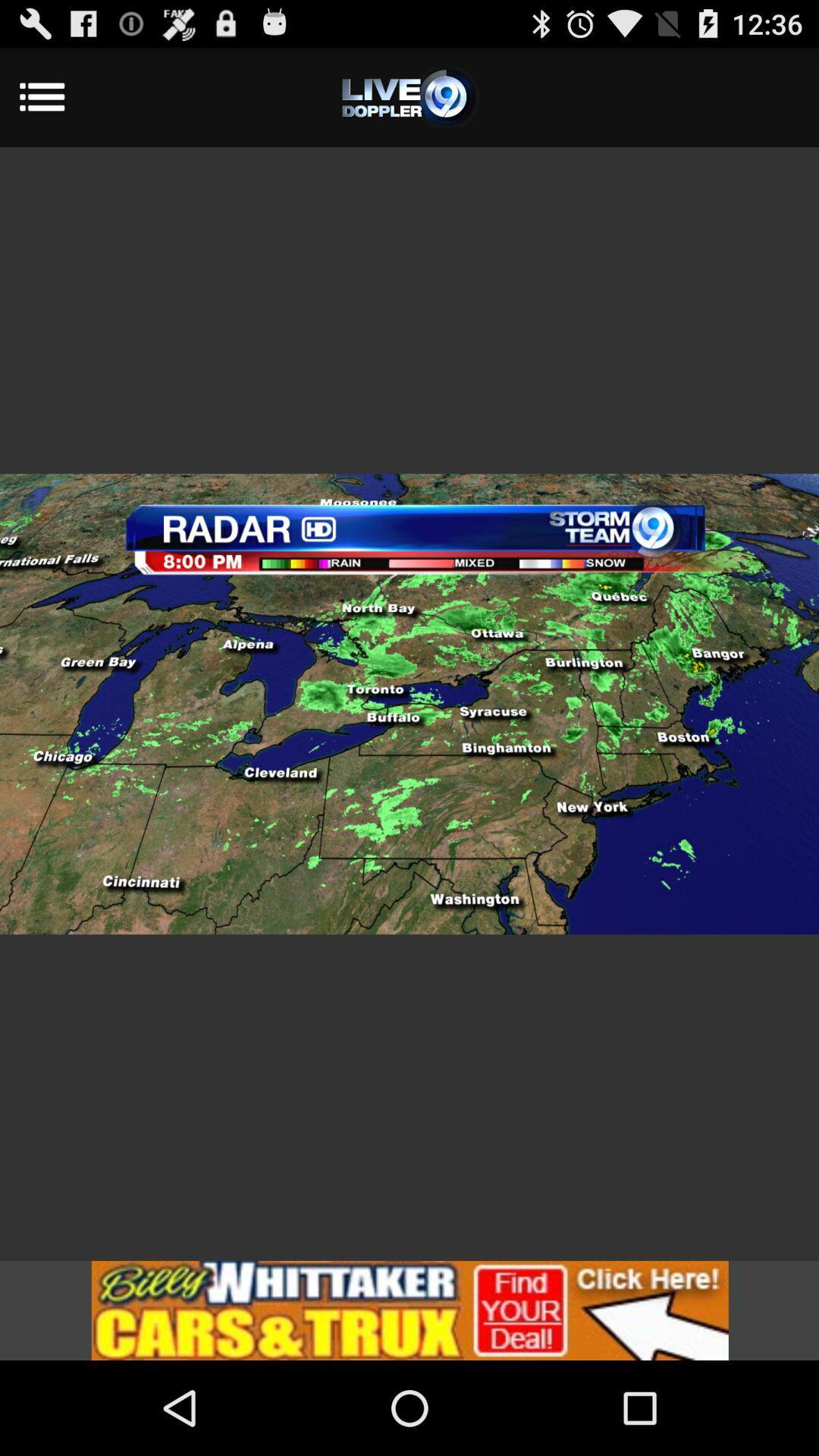 The height and width of the screenshot is (1456, 819). What do you see at coordinates (409, 703) in the screenshot?
I see `interact with live weather map` at bounding box center [409, 703].